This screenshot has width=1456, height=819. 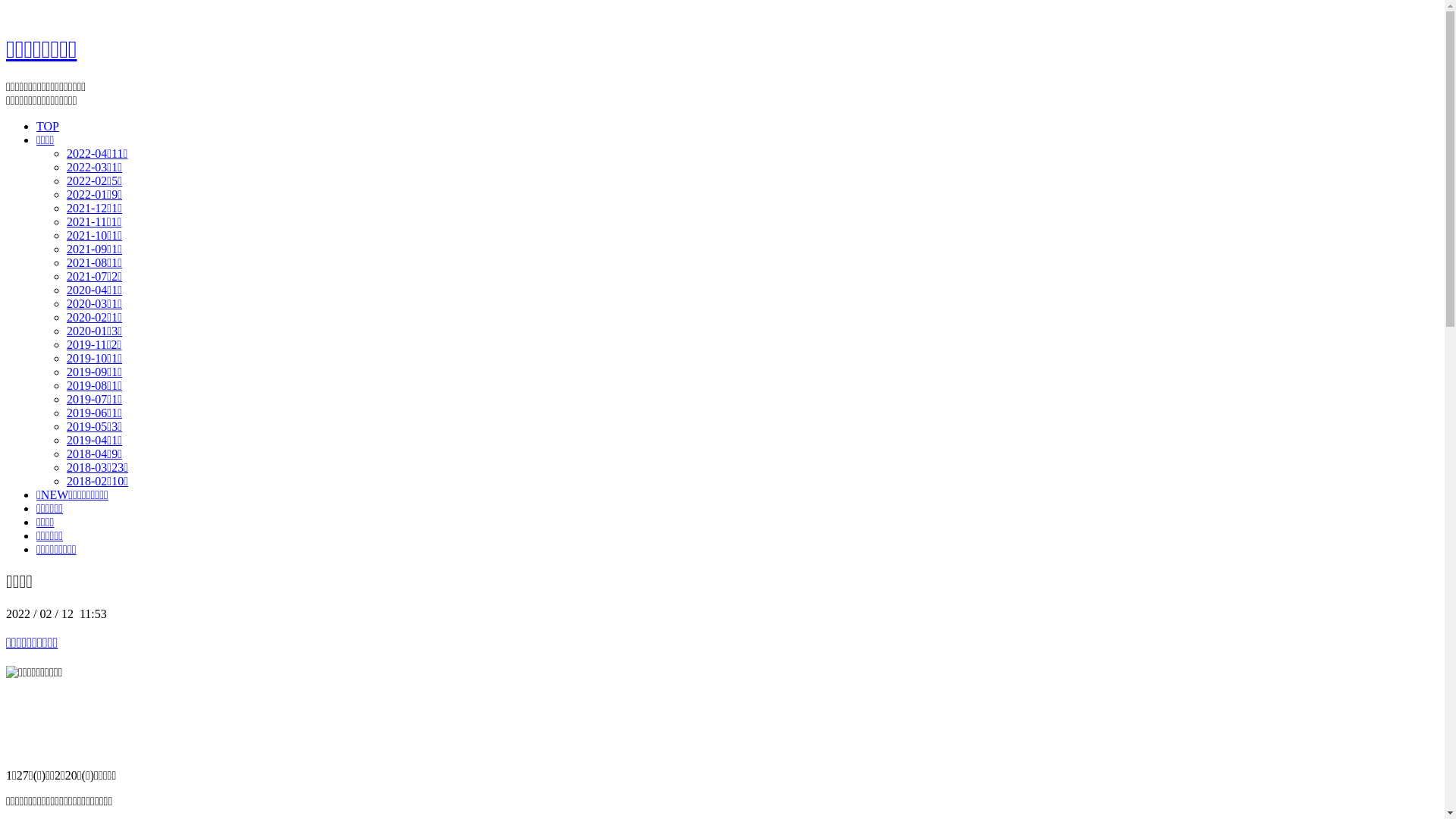 What do you see at coordinates (47, 125) in the screenshot?
I see `'TOP'` at bounding box center [47, 125].